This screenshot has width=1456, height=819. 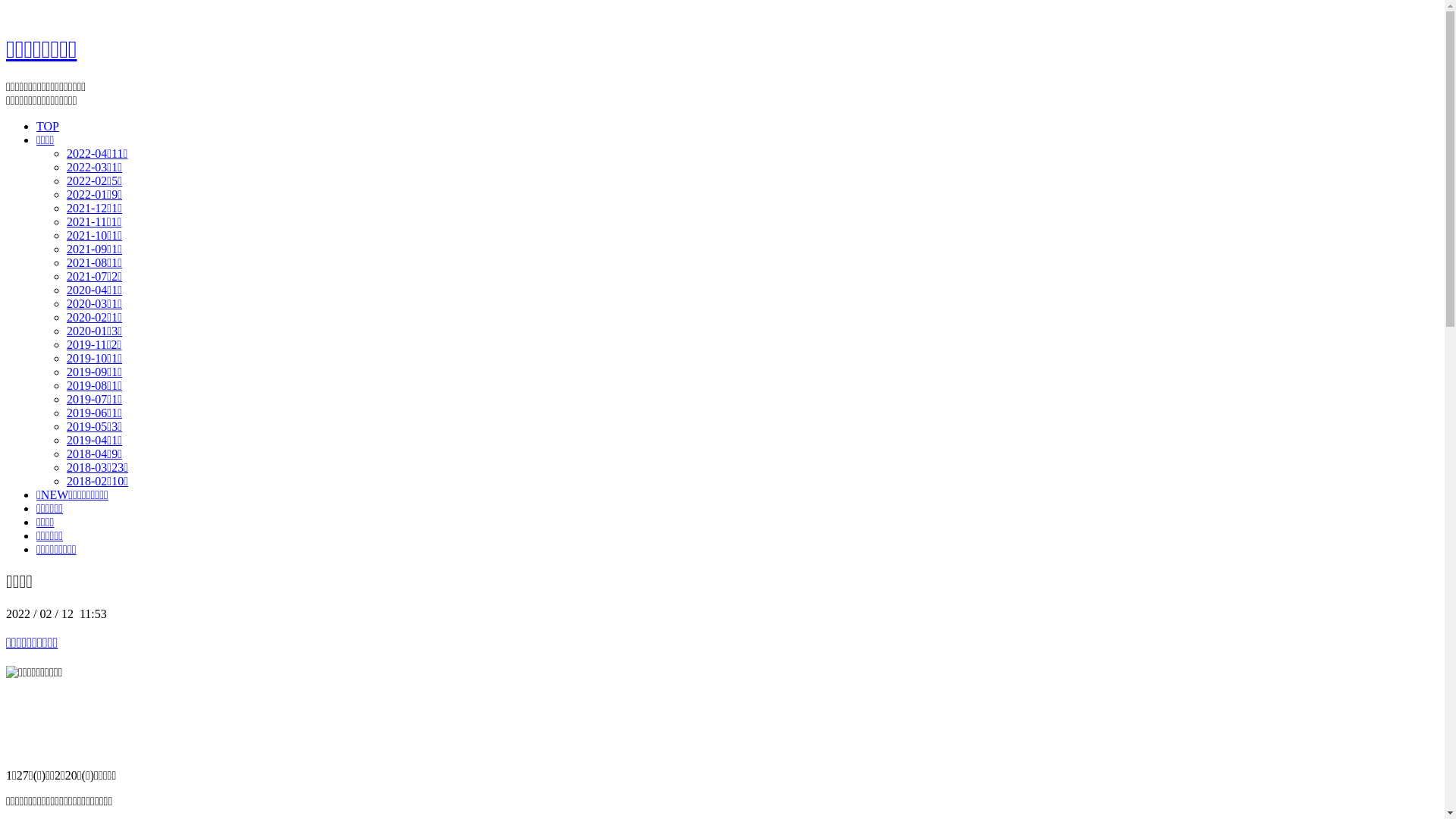 What do you see at coordinates (47, 125) in the screenshot?
I see `'TOP'` at bounding box center [47, 125].